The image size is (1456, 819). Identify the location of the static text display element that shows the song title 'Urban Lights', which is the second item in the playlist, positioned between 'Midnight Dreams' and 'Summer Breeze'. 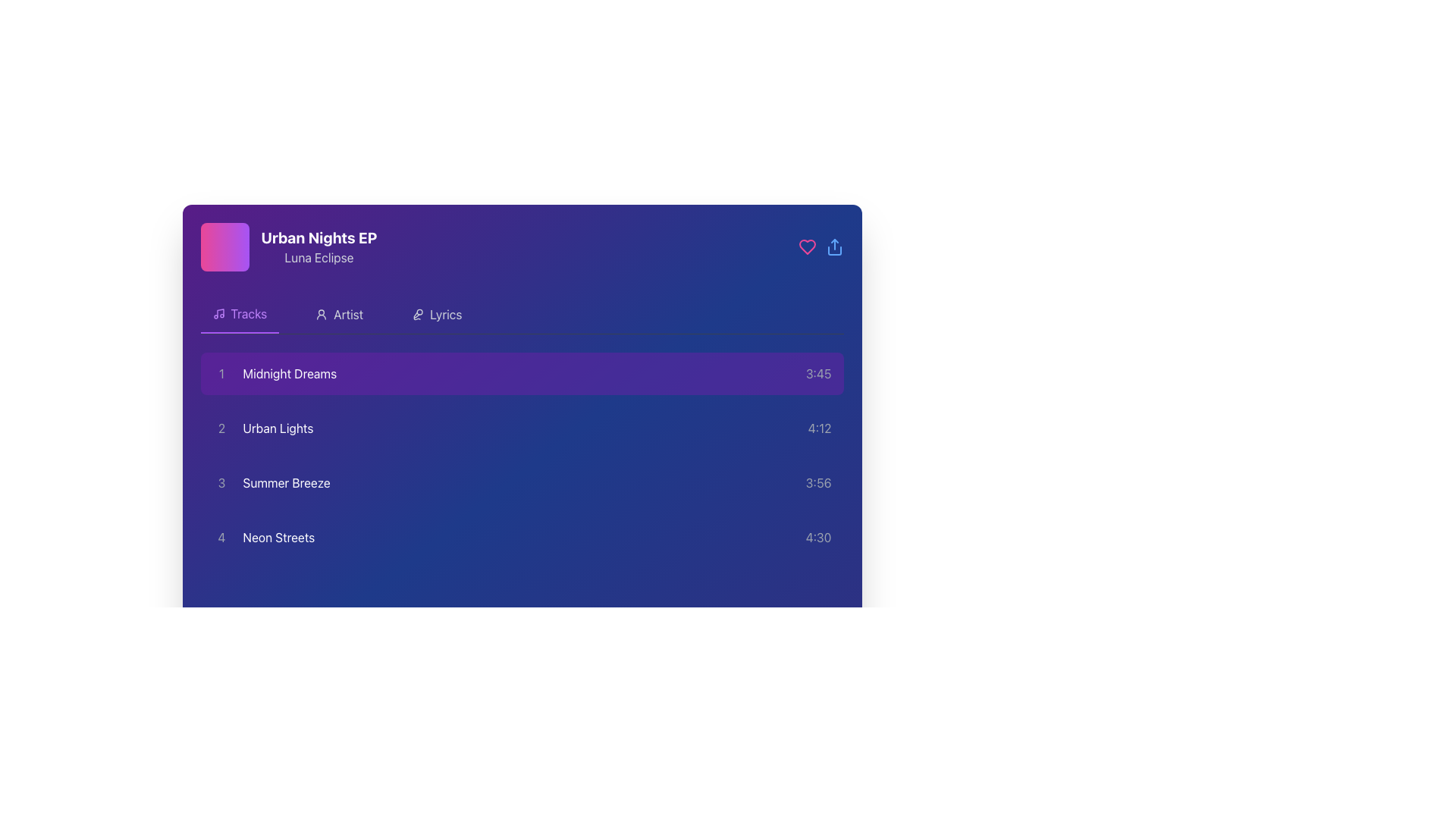
(278, 428).